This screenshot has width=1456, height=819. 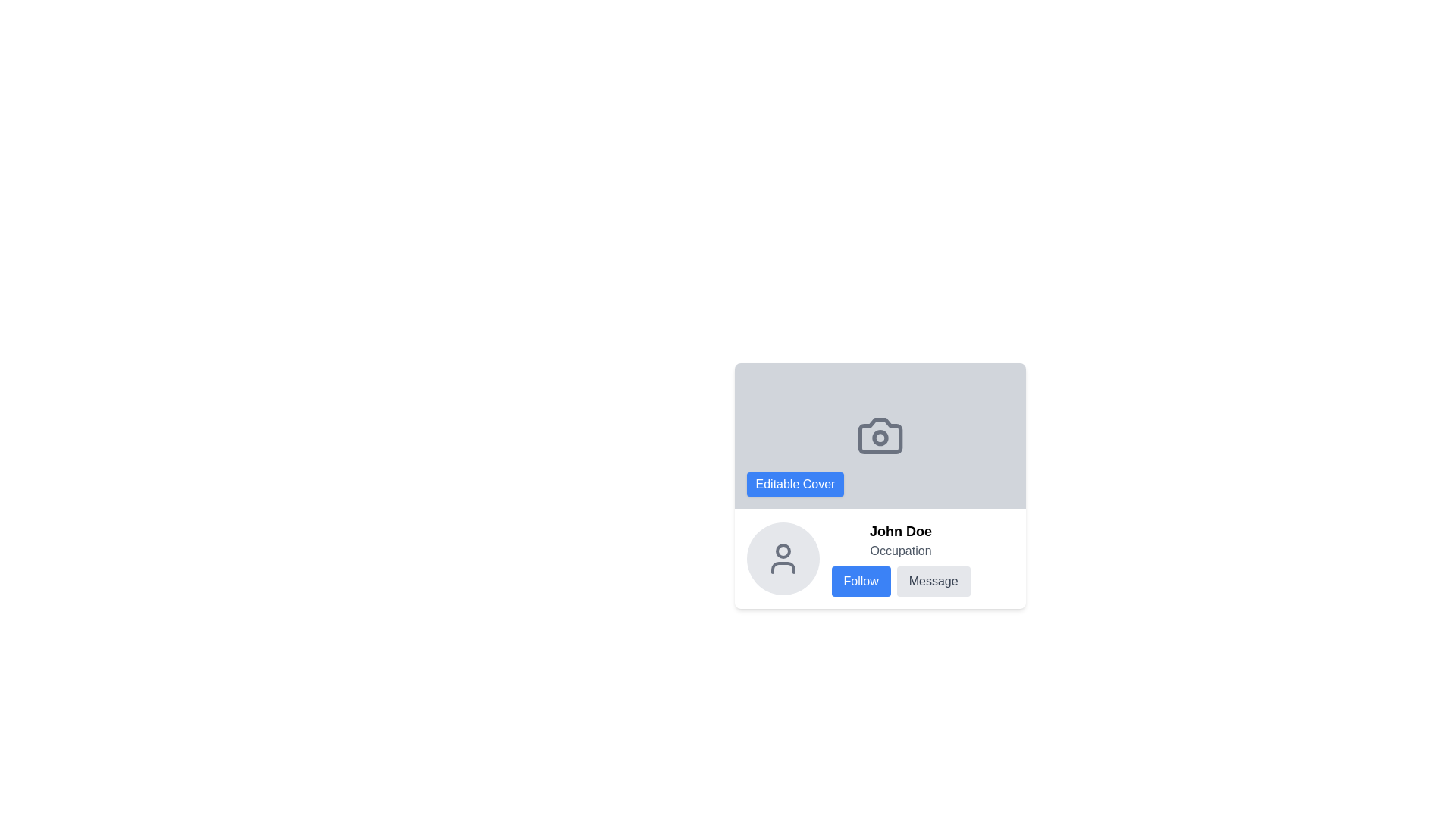 What do you see at coordinates (783, 558) in the screenshot?
I see `the Image Placeholder representing the user's profile image located in the left-half of the profile card section` at bounding box center [783, 558].